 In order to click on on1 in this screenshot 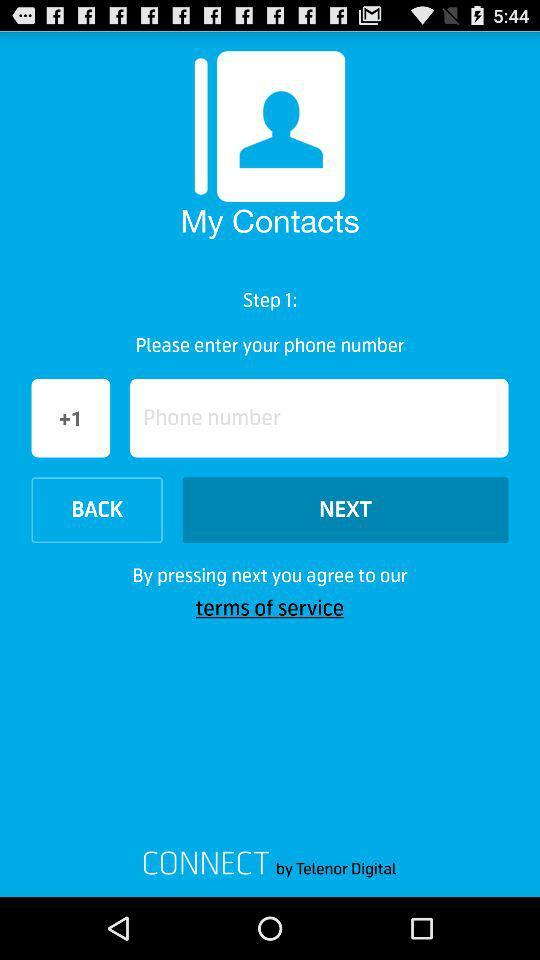, I will do `click(70, 417)`.